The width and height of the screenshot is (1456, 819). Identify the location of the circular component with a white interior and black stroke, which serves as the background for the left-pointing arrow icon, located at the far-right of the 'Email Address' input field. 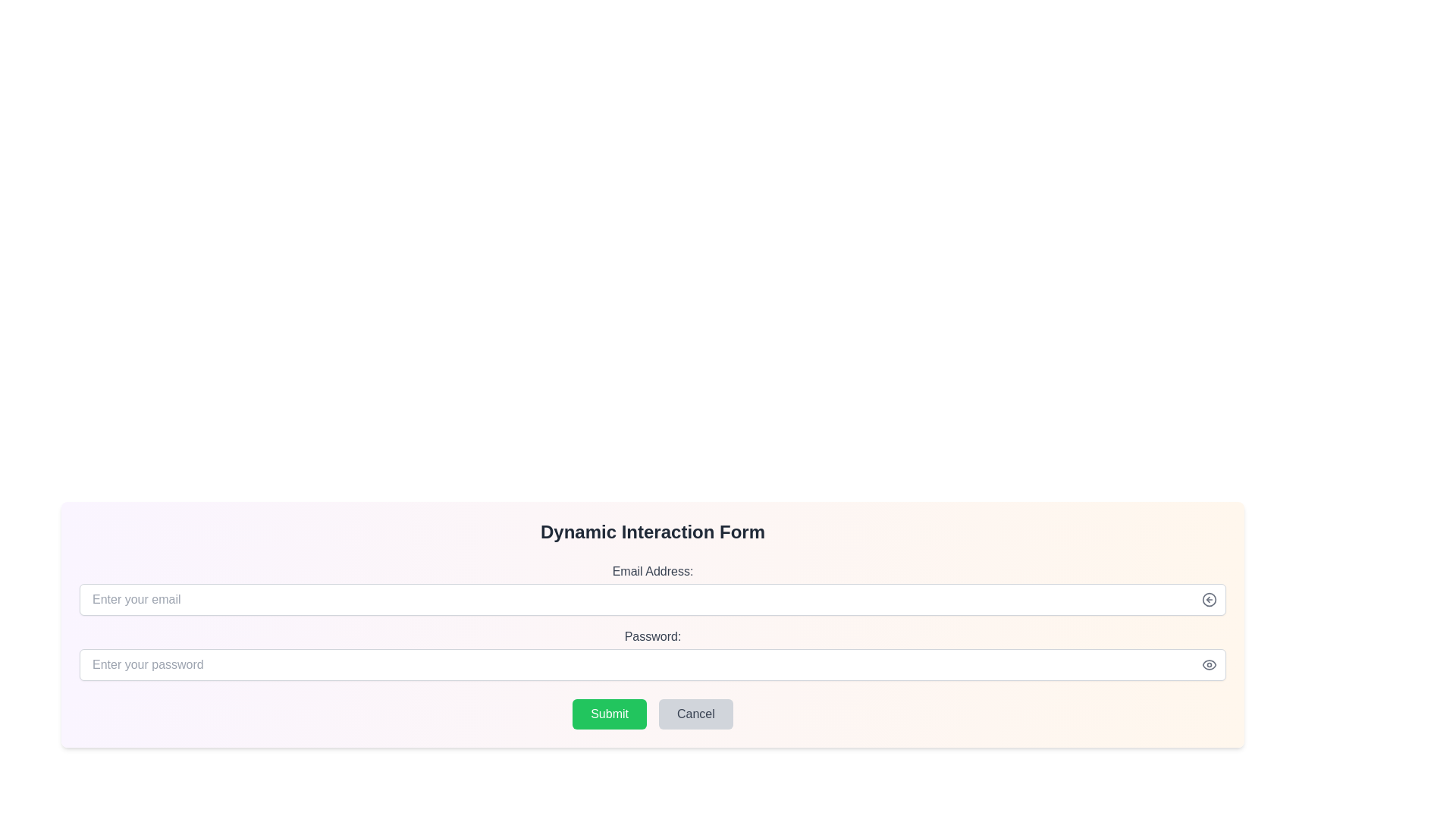
(1208, 598).